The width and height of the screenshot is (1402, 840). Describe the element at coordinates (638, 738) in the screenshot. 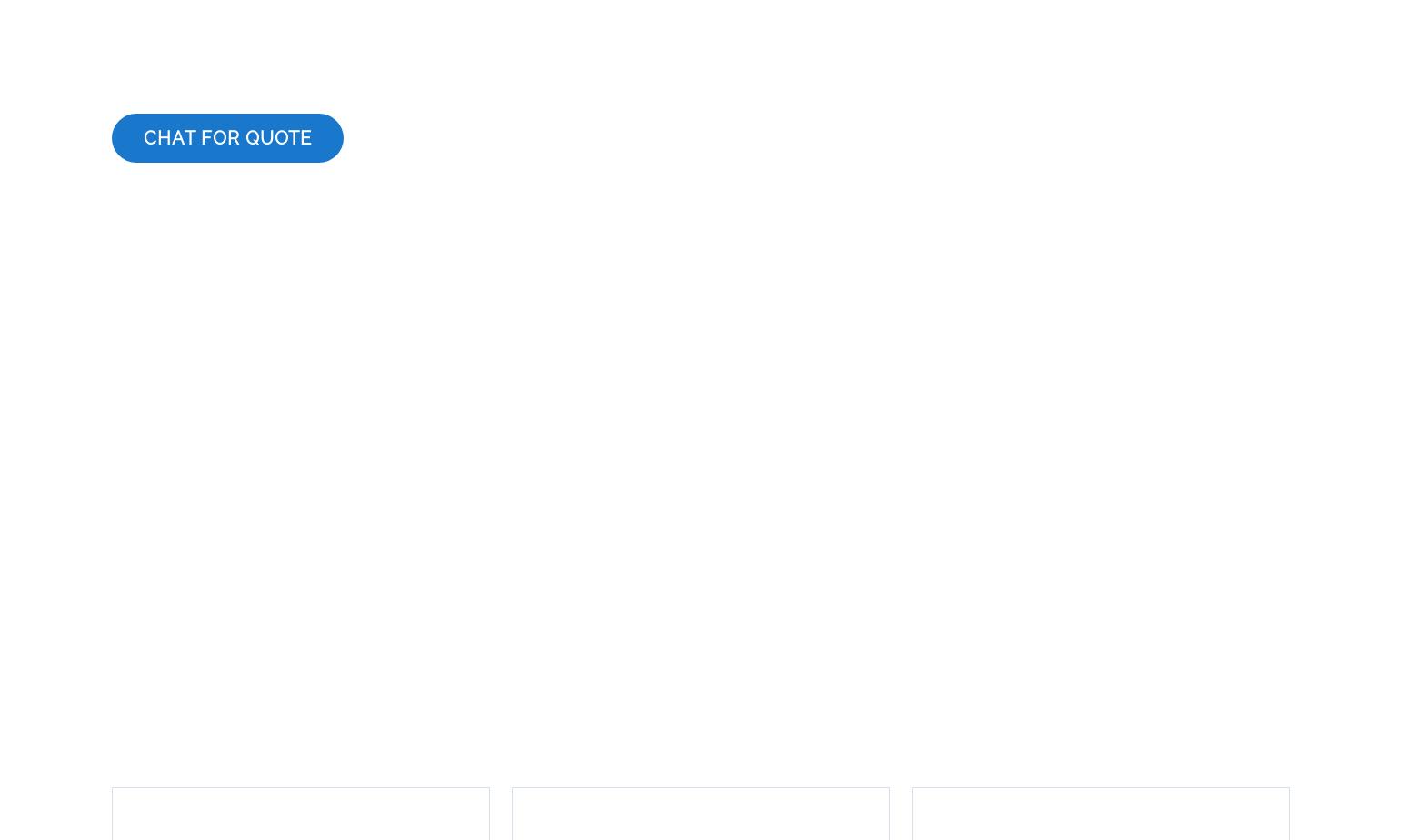

I see `'UK'` at that location.